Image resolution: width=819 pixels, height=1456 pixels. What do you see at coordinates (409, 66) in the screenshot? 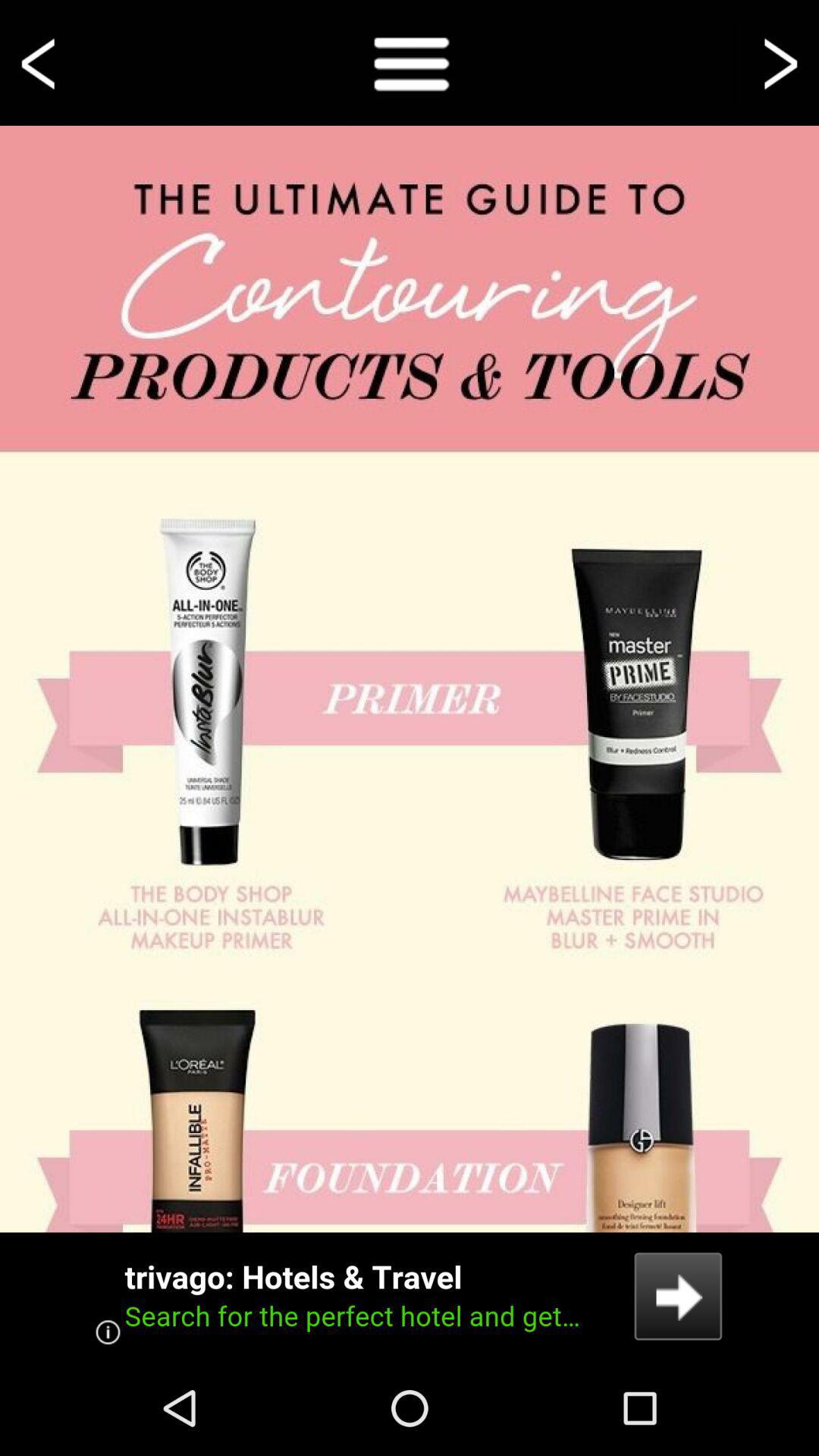
I see `the menu icon` at bounding box center [409, 66].